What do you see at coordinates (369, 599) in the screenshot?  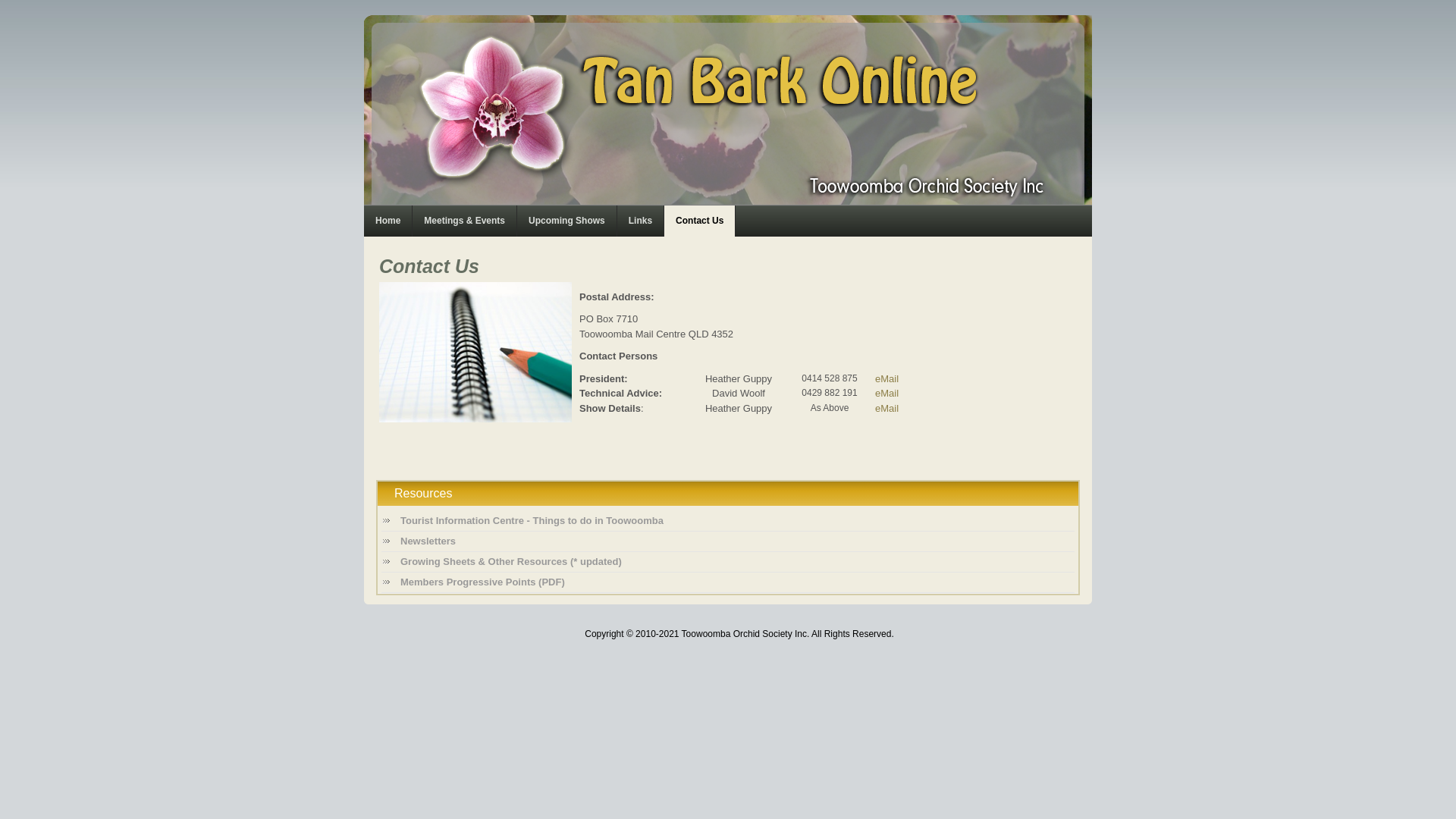 I see `'everest poker bonus'` at bounding box center [369, 599].